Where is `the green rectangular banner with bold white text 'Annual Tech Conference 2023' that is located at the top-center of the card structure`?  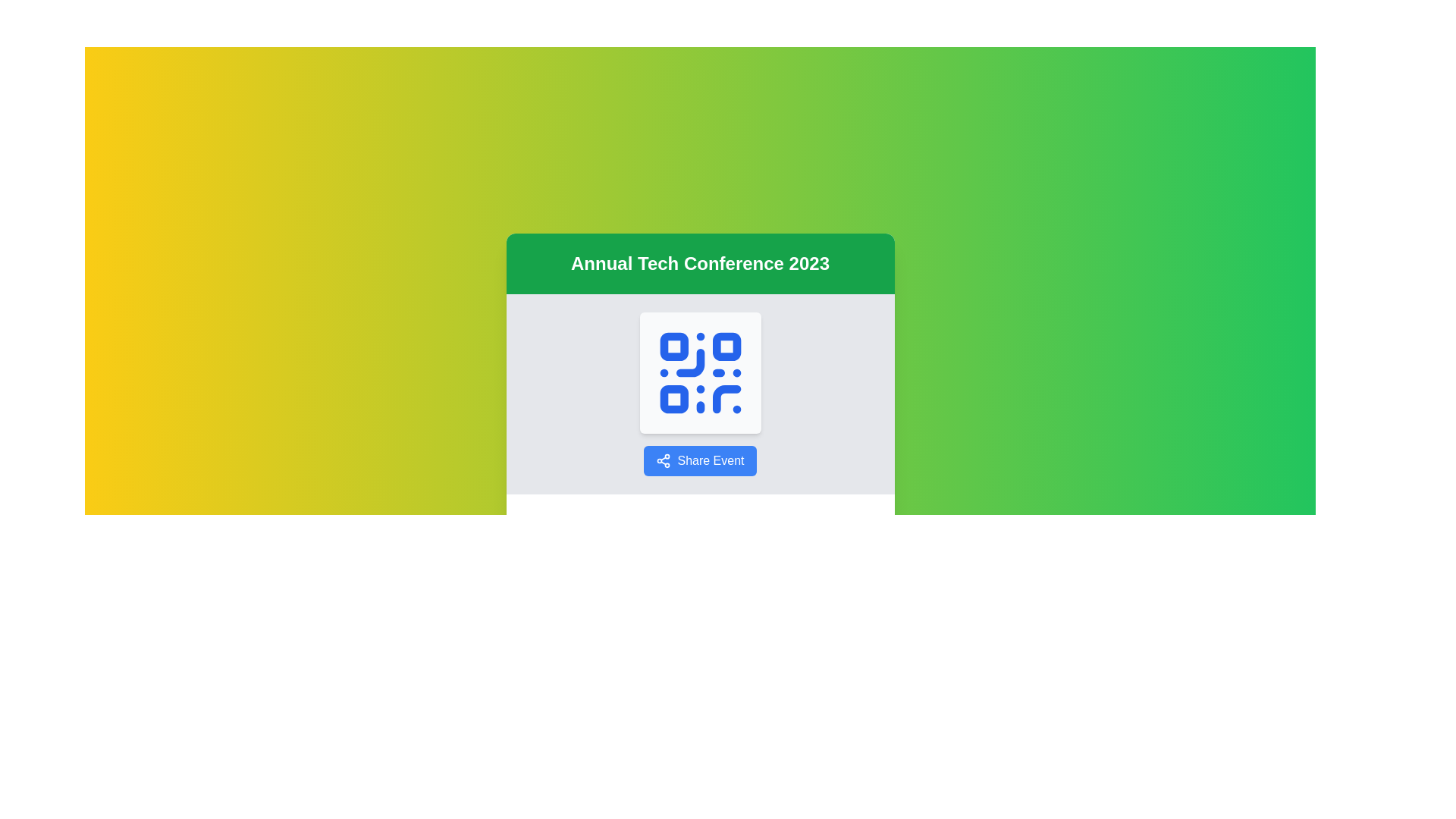
the green rectangular banner with bold white text 'Annual Tech Conference 2023' that is located at the top-center of the card structure is located at coordinates (699, 262).